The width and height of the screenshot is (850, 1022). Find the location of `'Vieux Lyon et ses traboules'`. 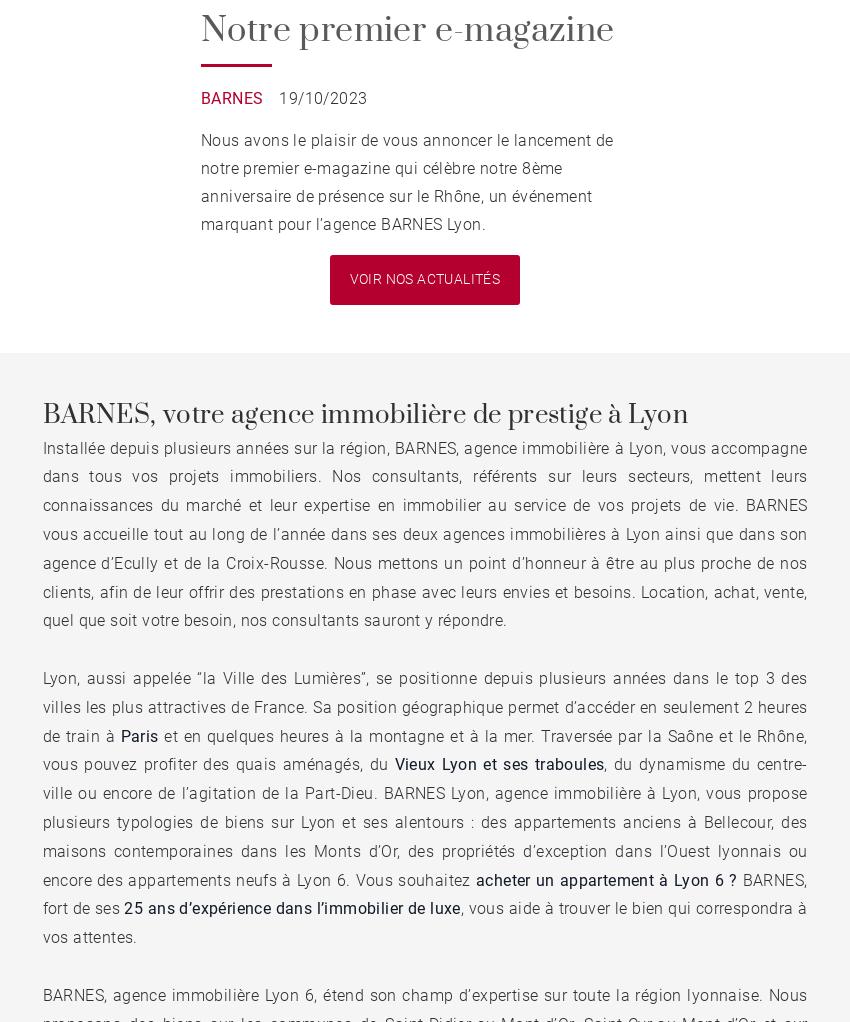

'Vieux Lyon et ses traboules' is located at coordinates (499, 763).